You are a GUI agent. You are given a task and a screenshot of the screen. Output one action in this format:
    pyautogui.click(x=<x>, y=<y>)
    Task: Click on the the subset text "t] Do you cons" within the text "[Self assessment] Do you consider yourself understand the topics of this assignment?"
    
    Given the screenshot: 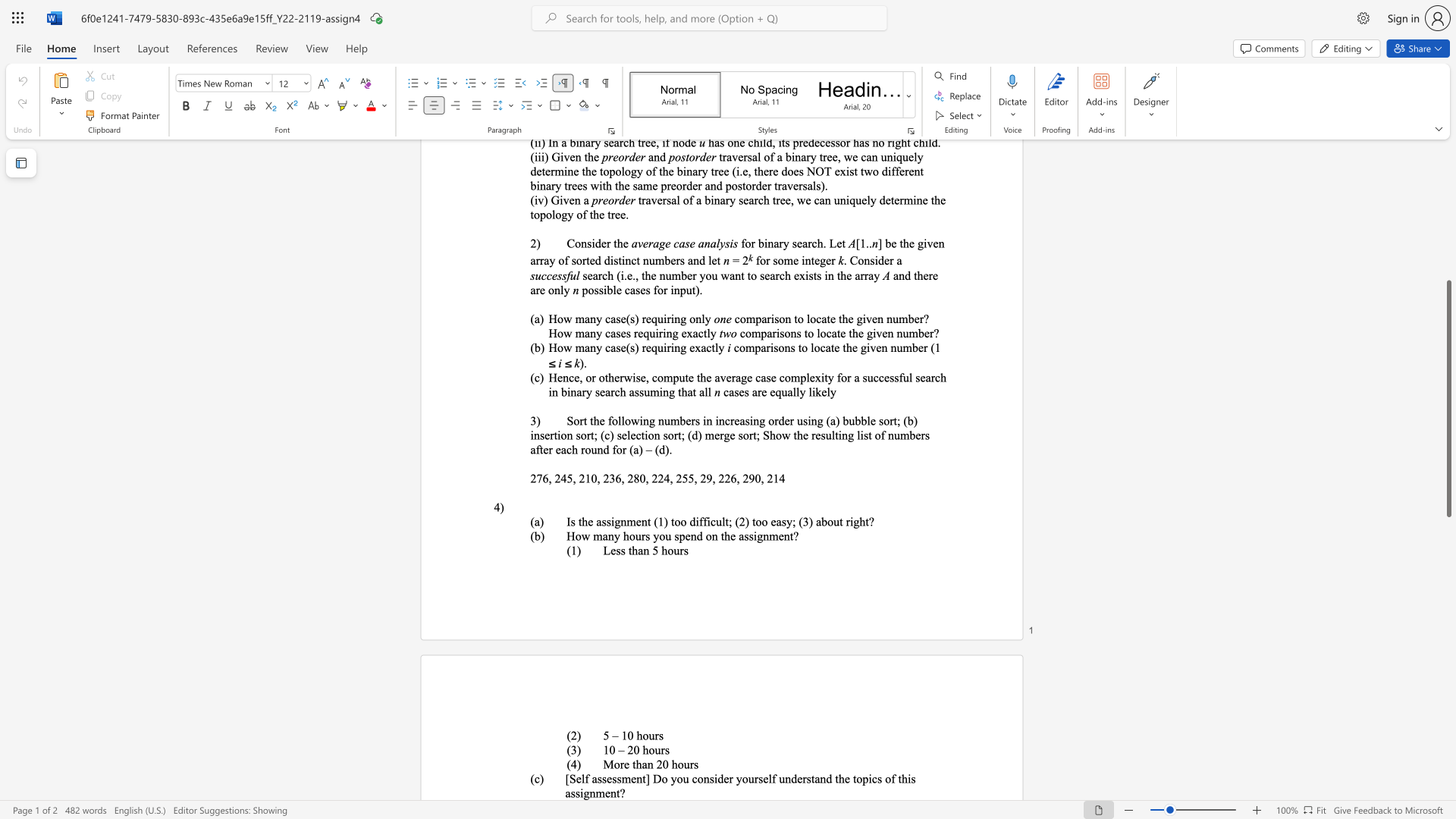 What is the action you would take?
    pyautogui.click(x=642, y=778)
    